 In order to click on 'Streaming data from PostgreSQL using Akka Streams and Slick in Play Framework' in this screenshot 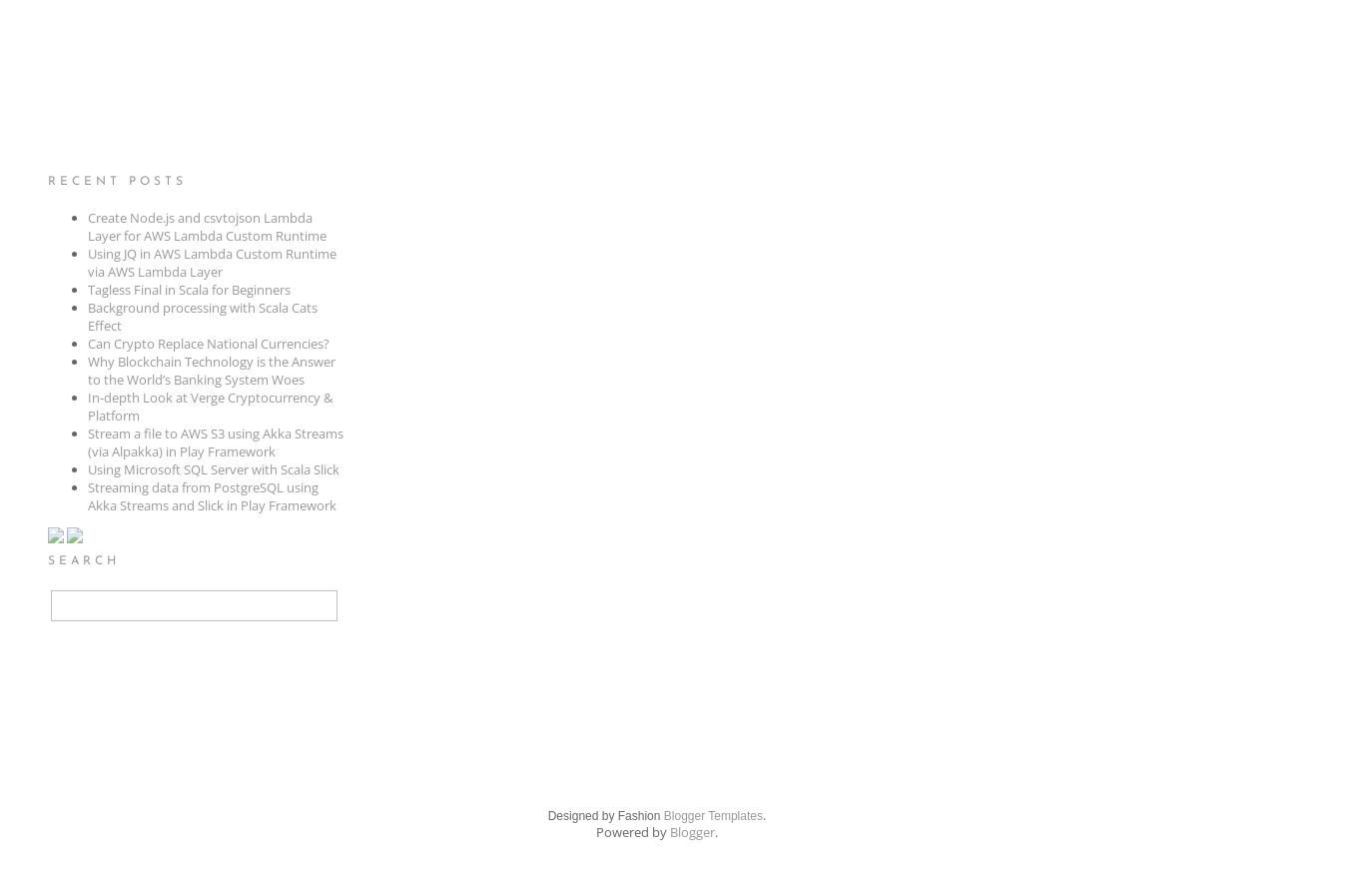, I will do `click(86, 496)`.